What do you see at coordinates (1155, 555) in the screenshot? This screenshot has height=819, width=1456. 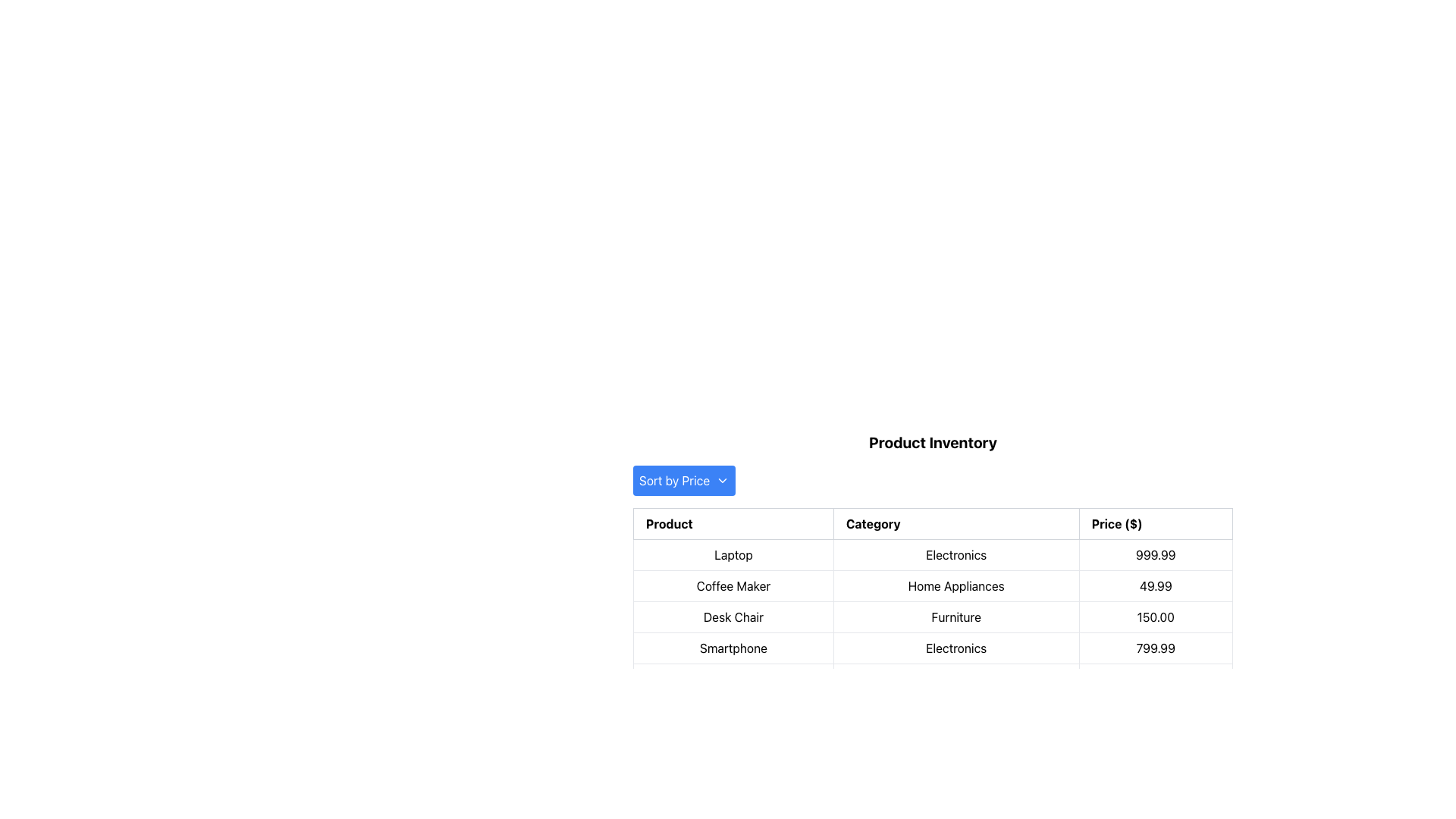 I see `the Static Text displaying the value '999.99' located in the third column of the first row of the table under the 'Price ($)' column alongside the row labeled 'Laptop'` at bounding box center [1155, 555].